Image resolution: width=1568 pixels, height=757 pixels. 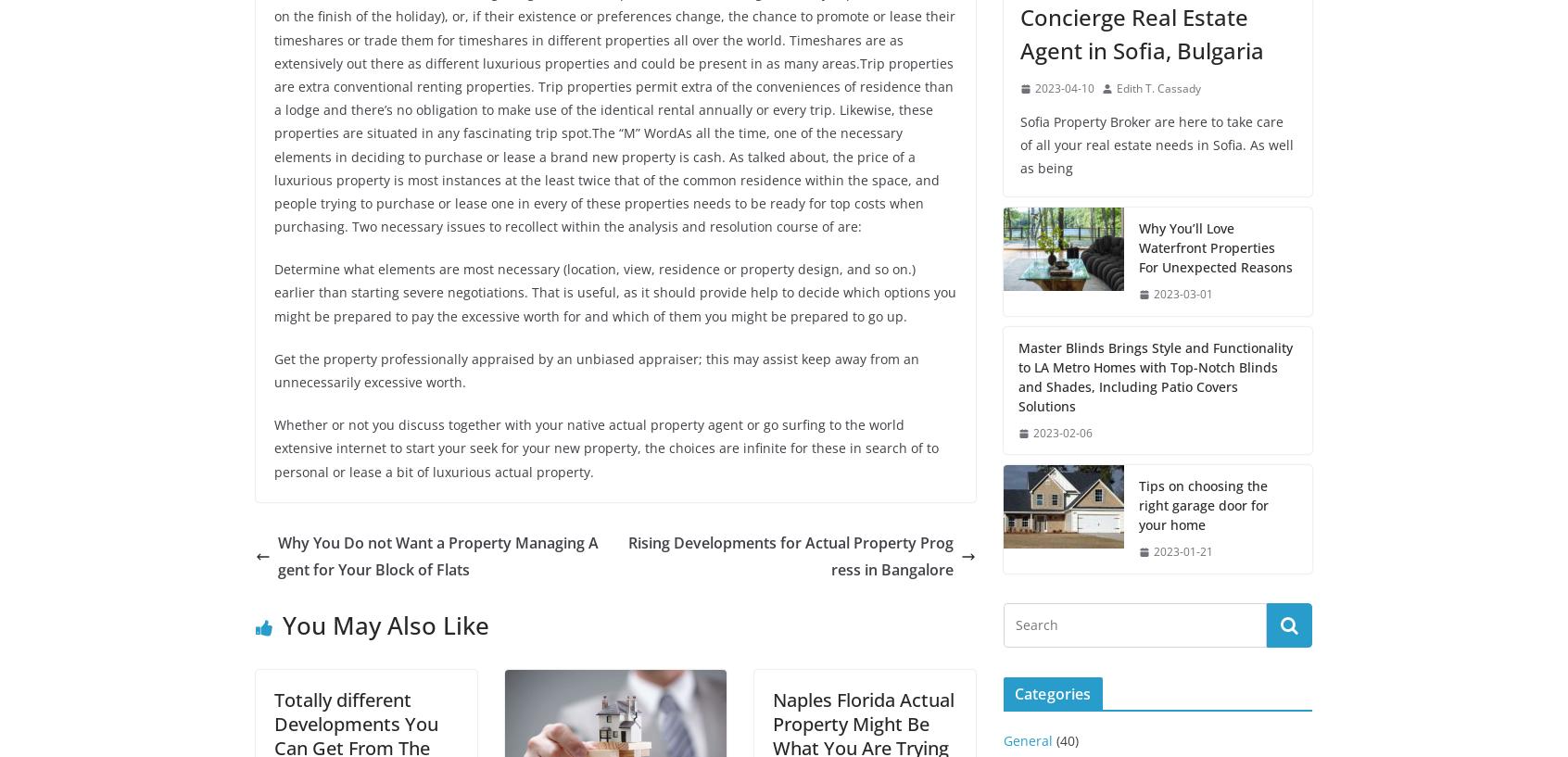 I want to click on '2023-02-06', so click(x=1033, y=432).